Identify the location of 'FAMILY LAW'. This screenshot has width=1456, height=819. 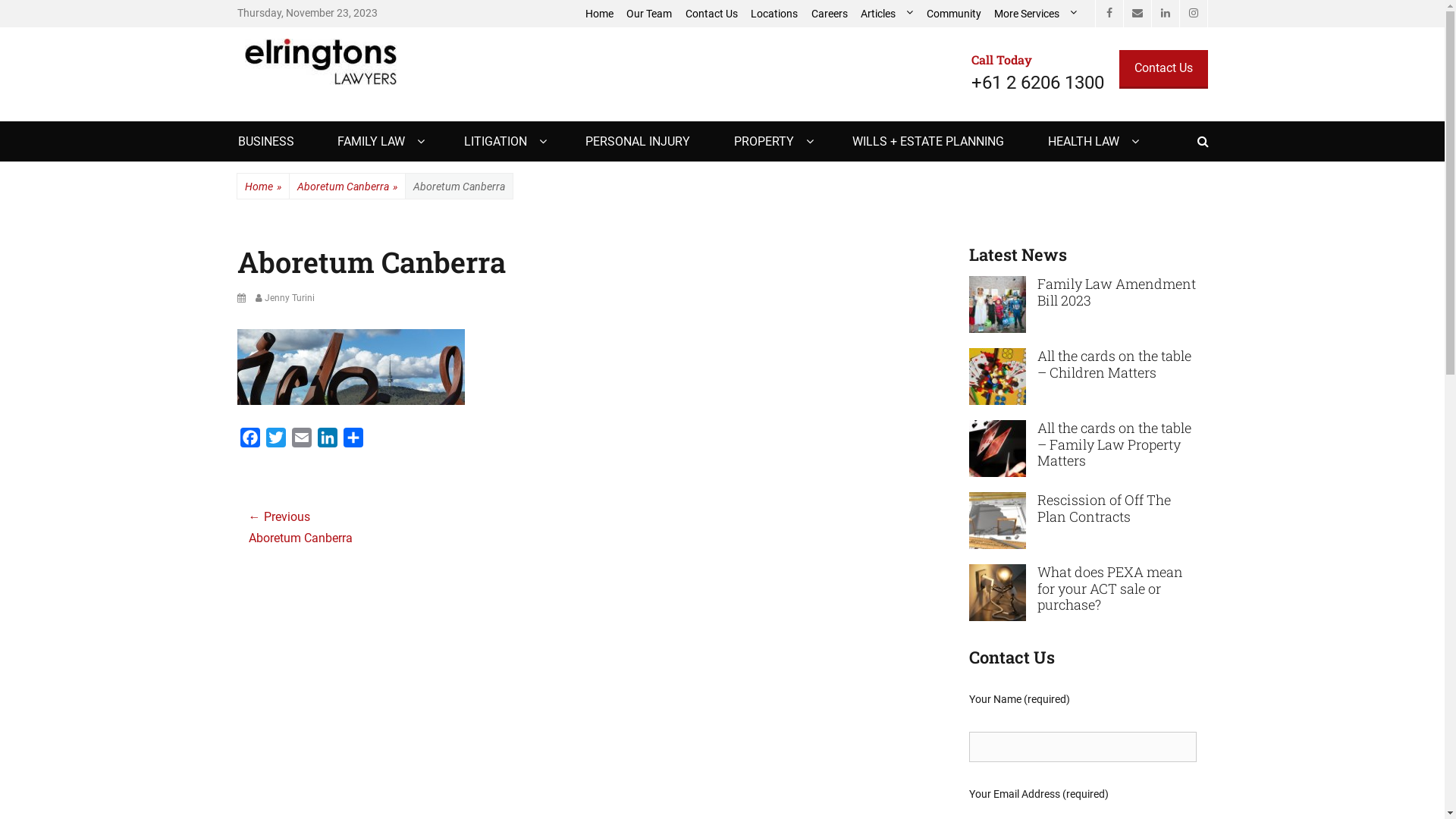
(378, 141).